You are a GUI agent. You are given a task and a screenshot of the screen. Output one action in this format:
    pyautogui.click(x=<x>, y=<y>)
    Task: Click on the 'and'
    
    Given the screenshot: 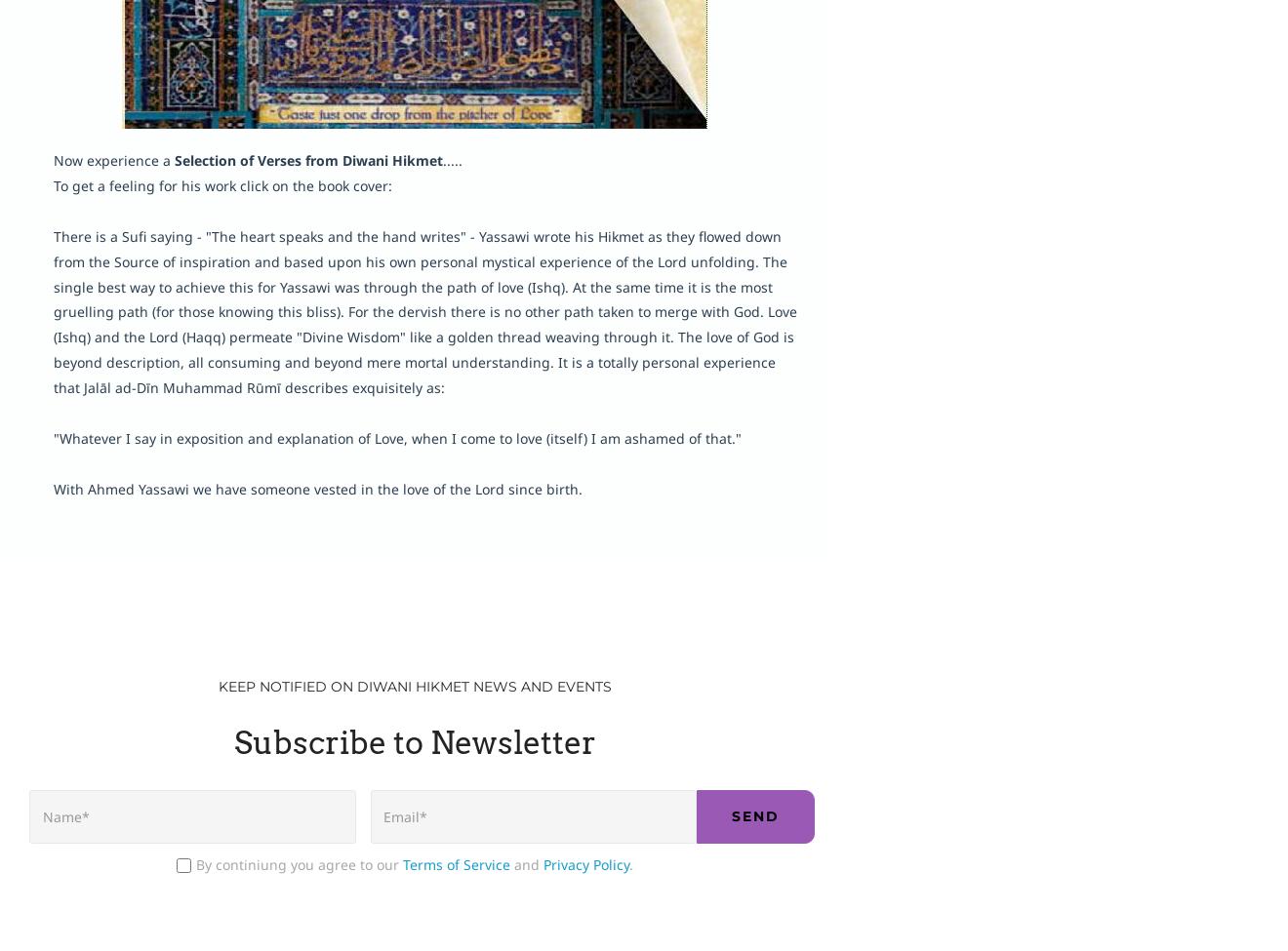 What is the action you would take?
    pyautogui.click(x=527, y=863)
    